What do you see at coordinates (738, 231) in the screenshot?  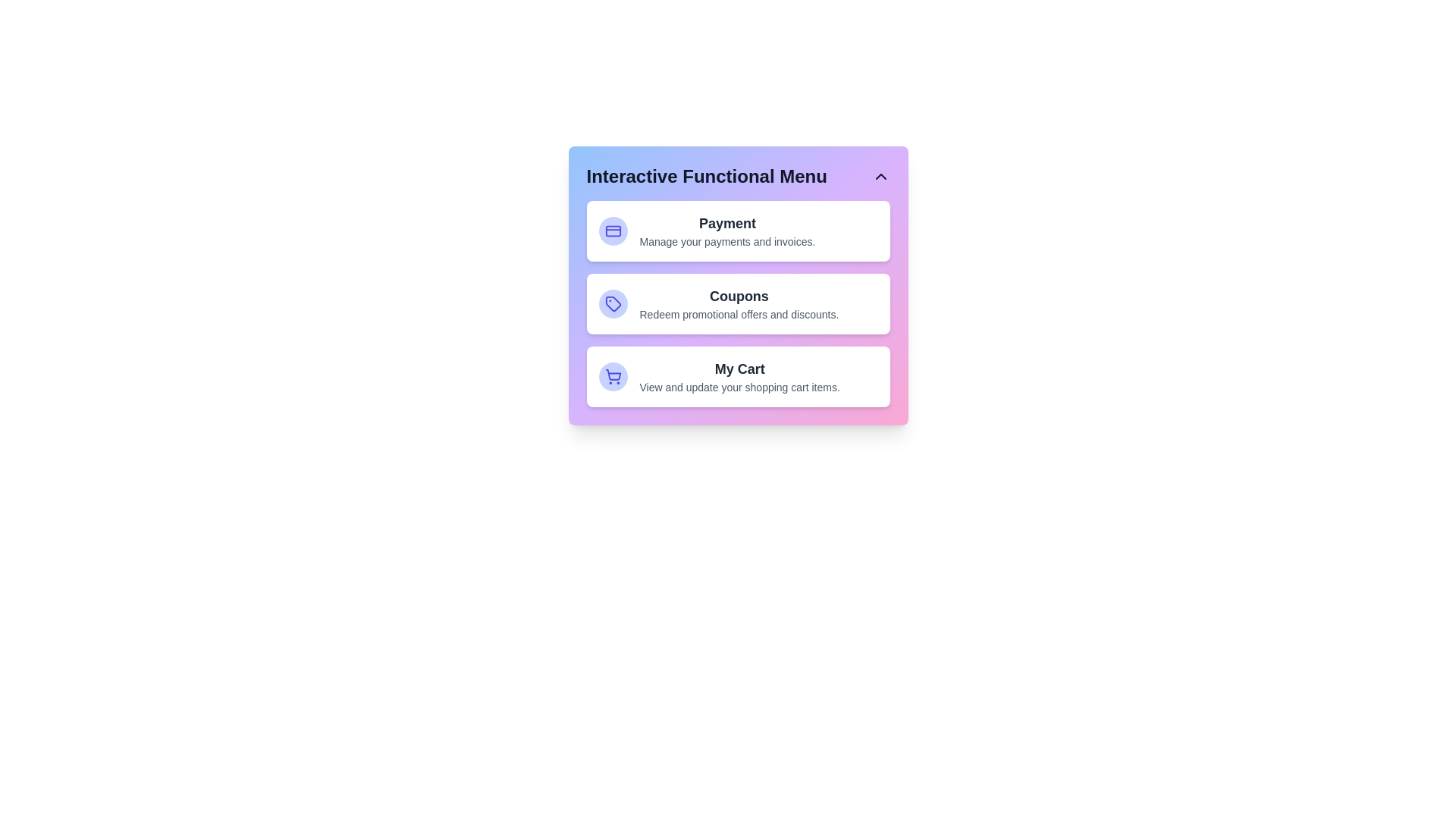 I see `the menu item Payment to select it` at bounding box center [738, 231].